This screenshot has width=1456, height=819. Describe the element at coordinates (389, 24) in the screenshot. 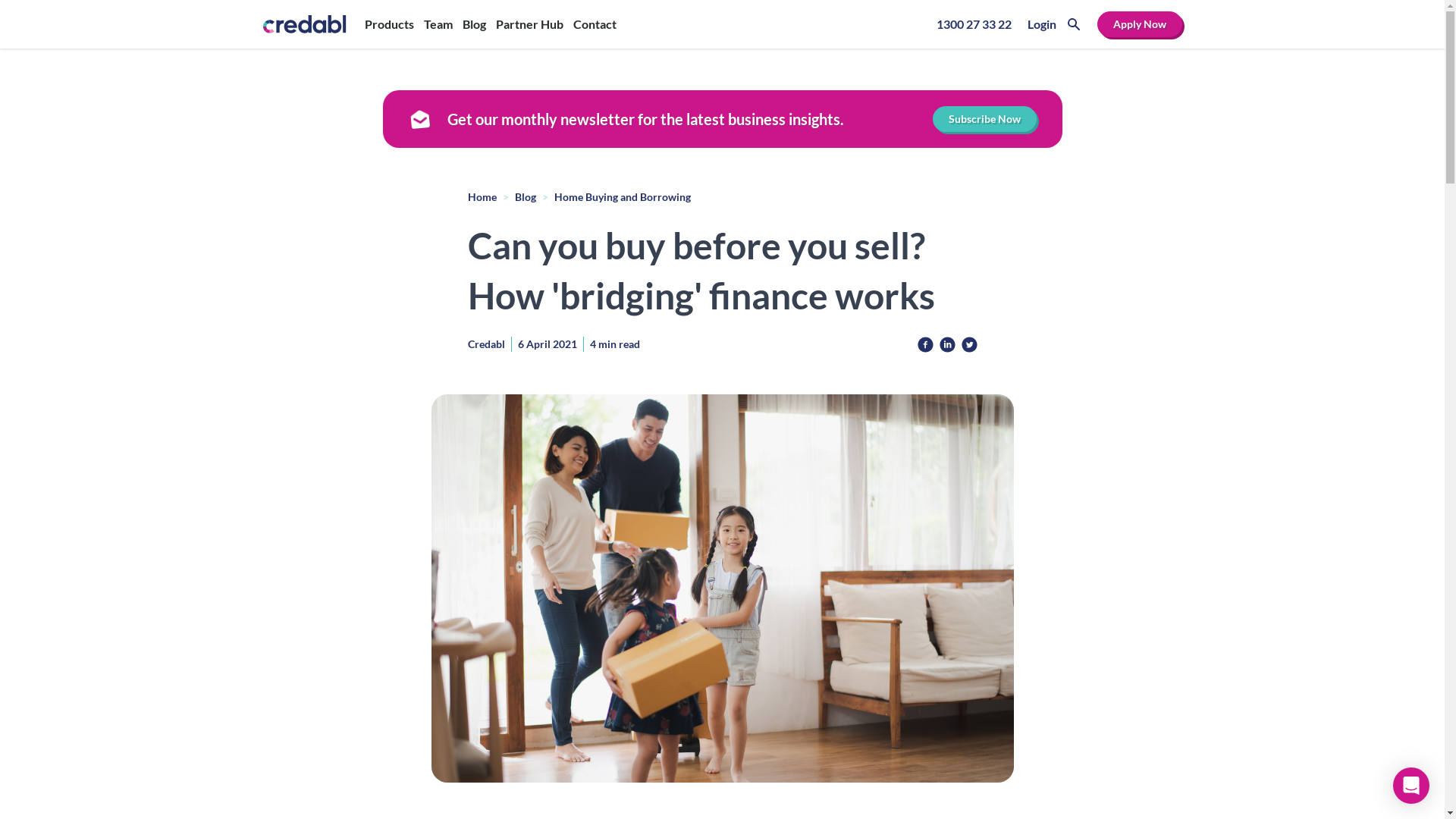

I see `'Products'` at that location.